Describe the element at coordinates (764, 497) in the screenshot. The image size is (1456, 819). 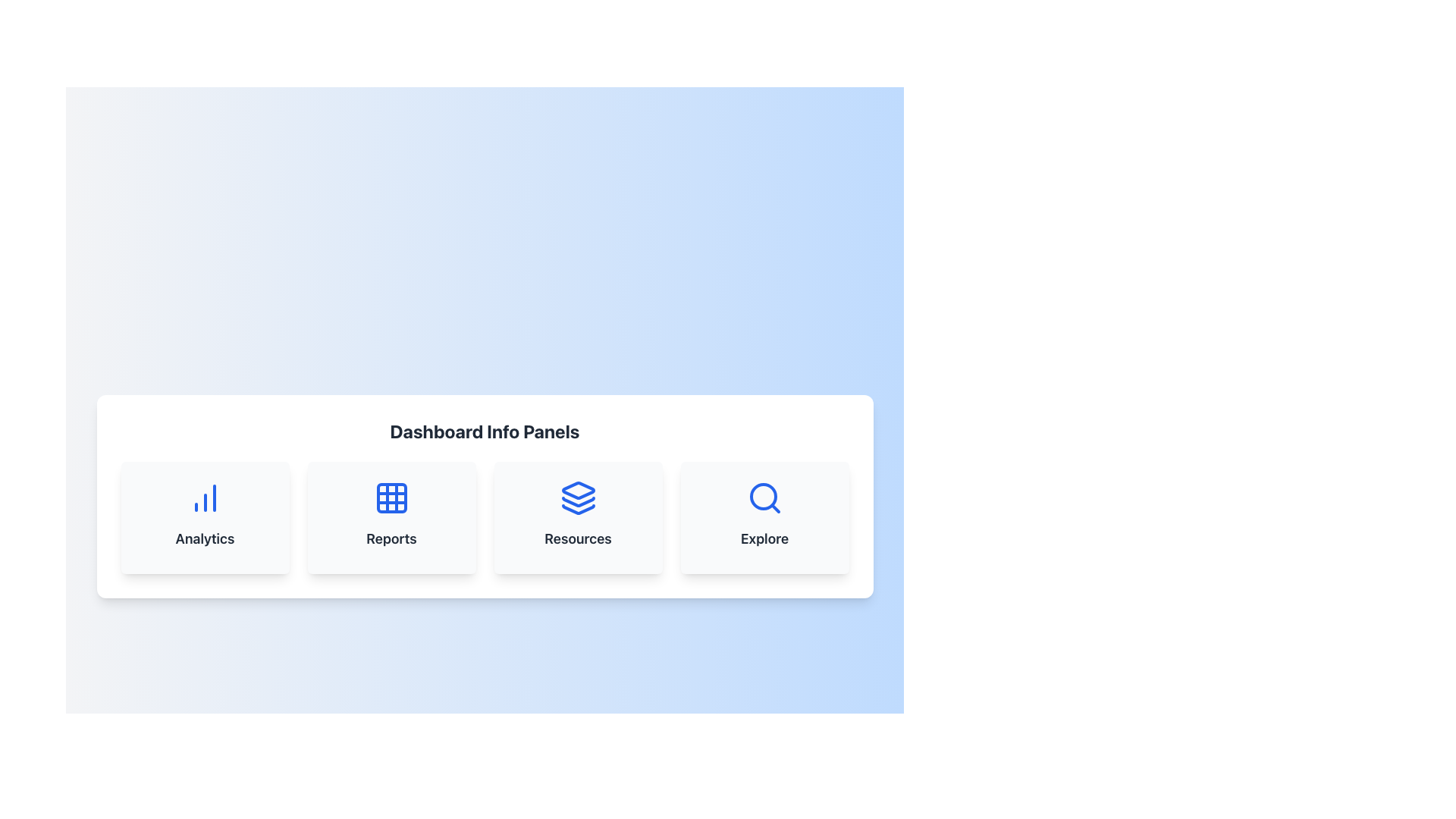
I see `the search icon located at the center of the 'Explore' card` at that location.